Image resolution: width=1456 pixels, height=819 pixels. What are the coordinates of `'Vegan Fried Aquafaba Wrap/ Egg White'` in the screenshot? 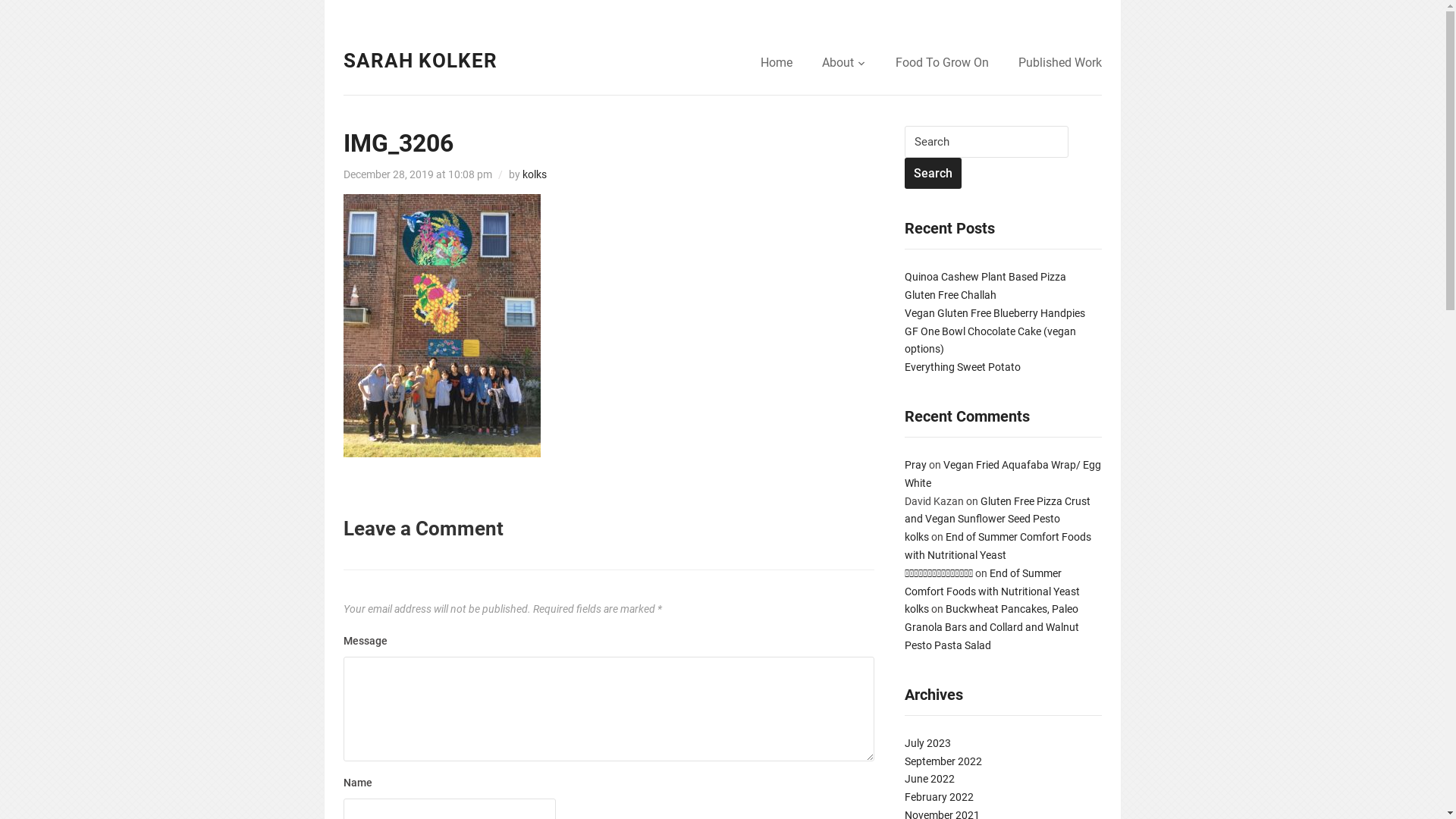 It's located at (1002, 472).